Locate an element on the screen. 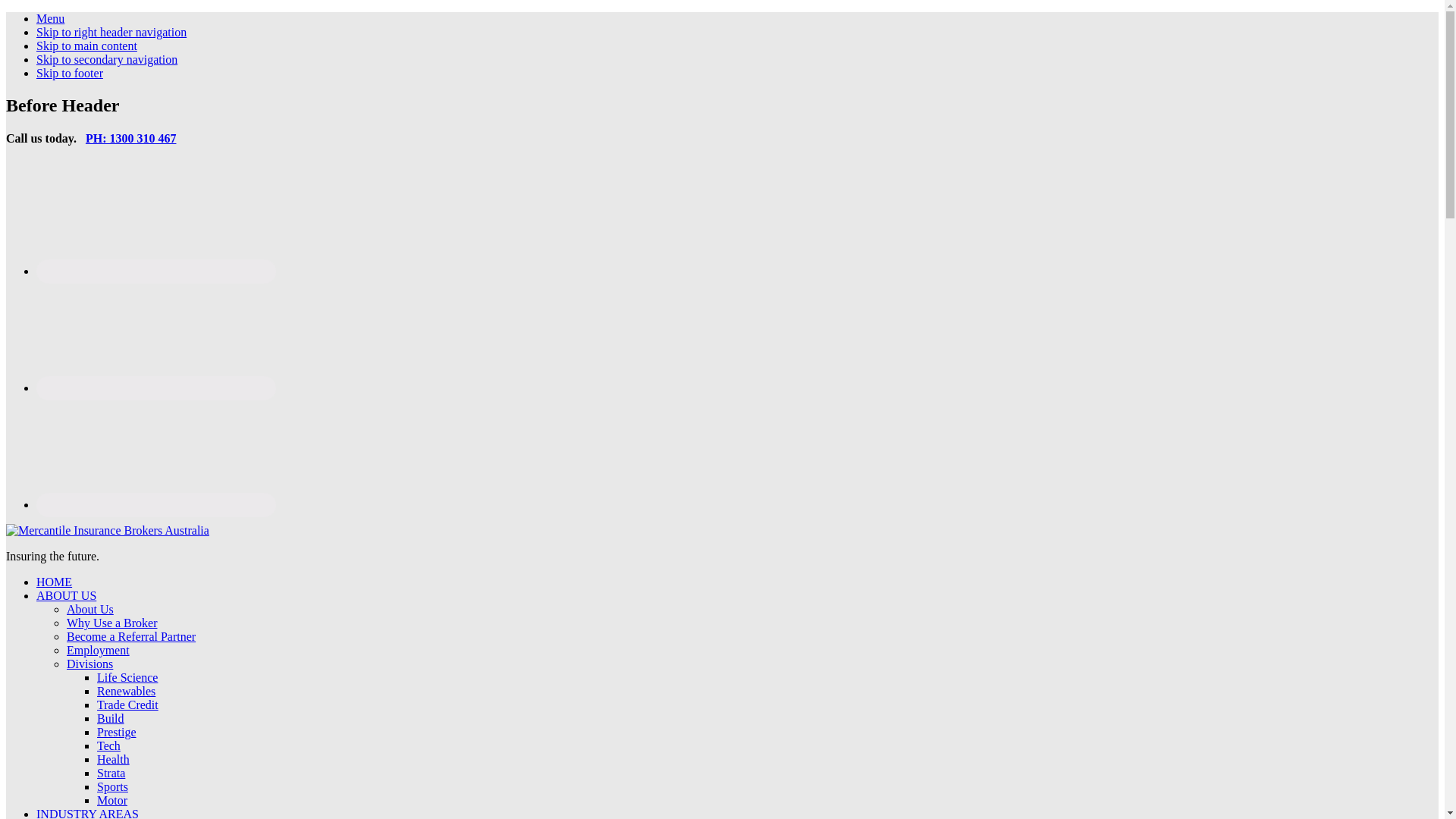 This screenshot has height=819, width=1456. 'Health' is located at coordinates (112, 759).